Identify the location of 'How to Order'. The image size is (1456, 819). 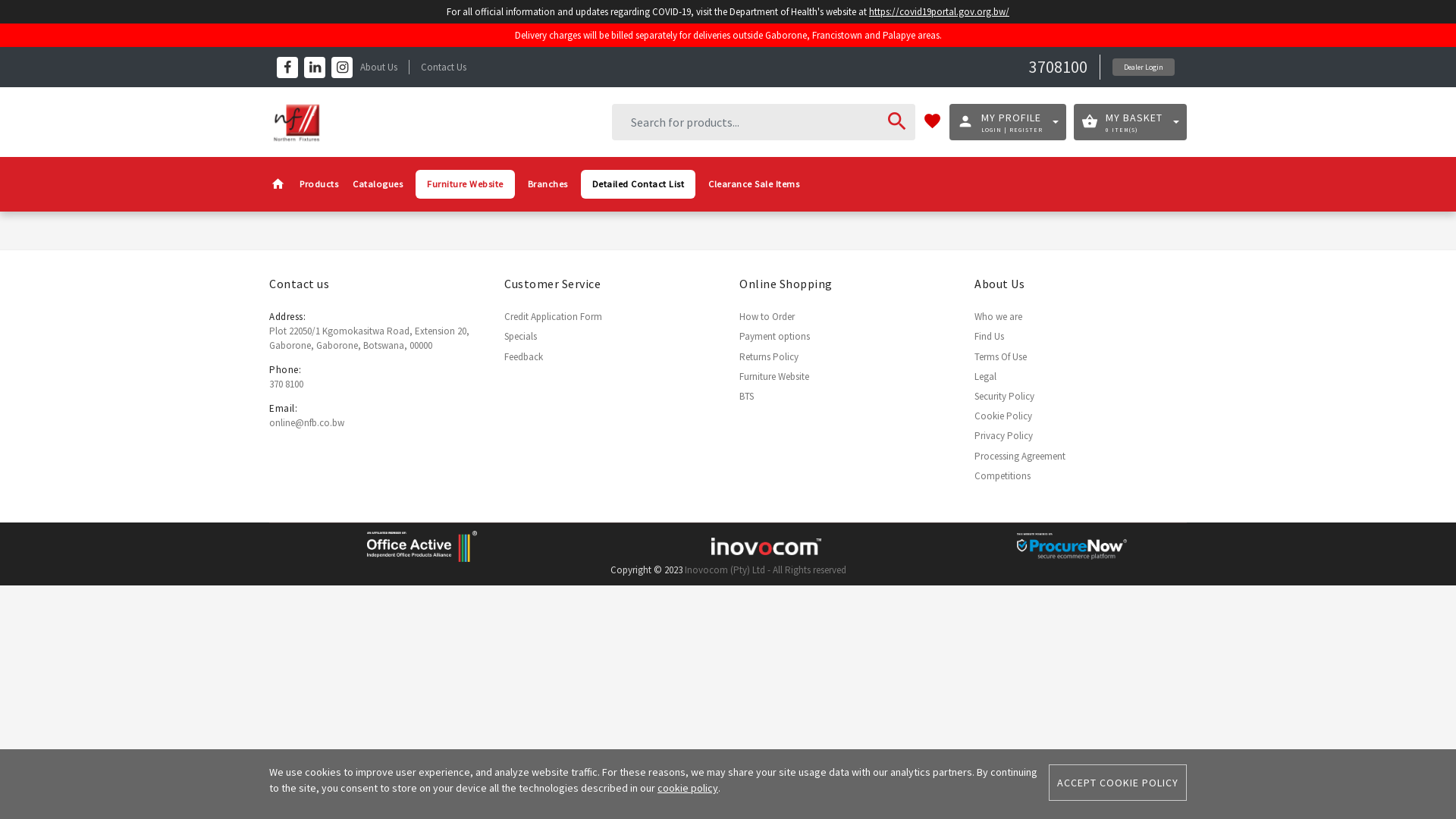
(767, 315).